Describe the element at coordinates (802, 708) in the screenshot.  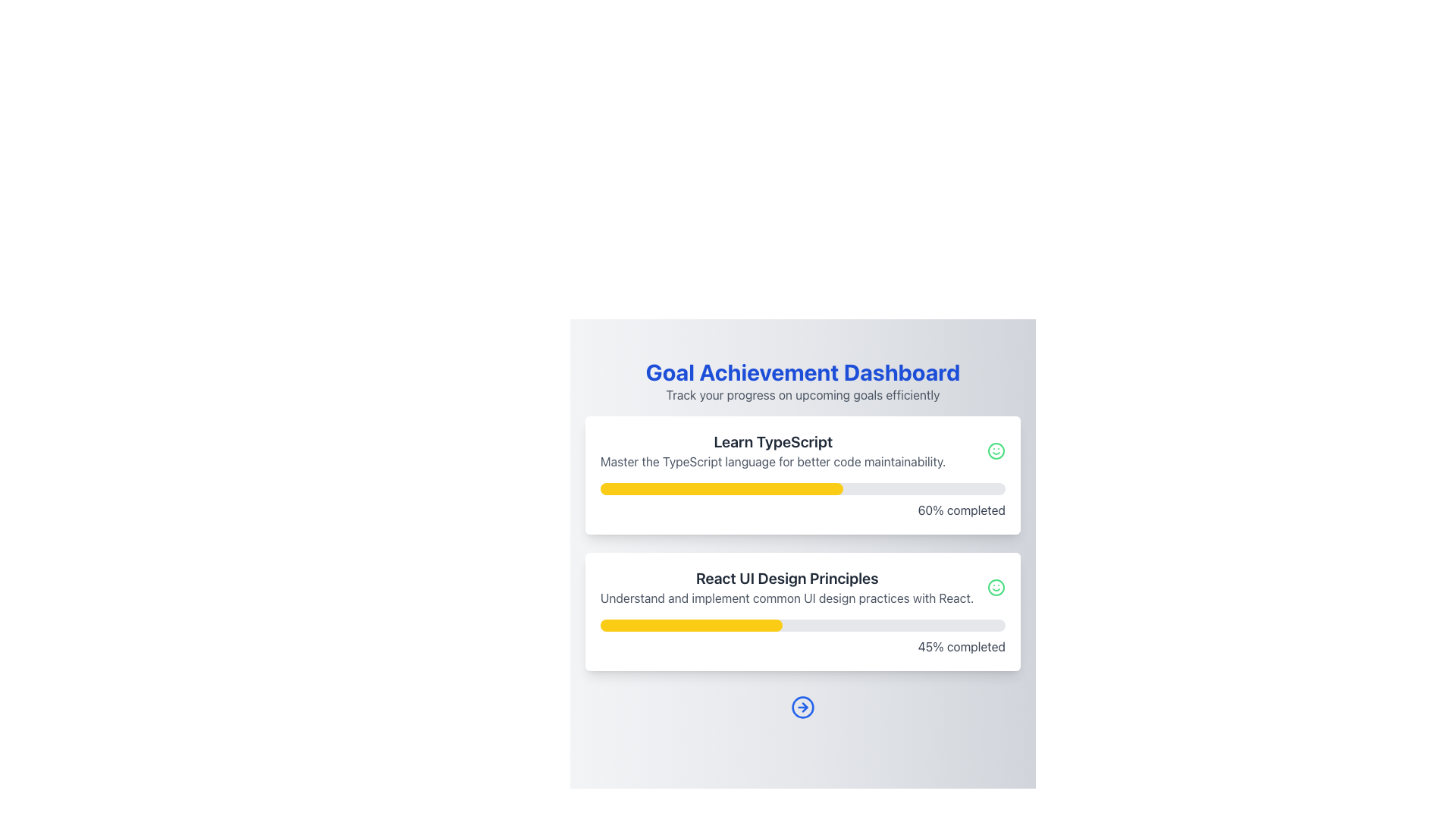
I see `the navigation icon located at the bottom of the interface, below the 'React UI Design Principles' section` at that location.